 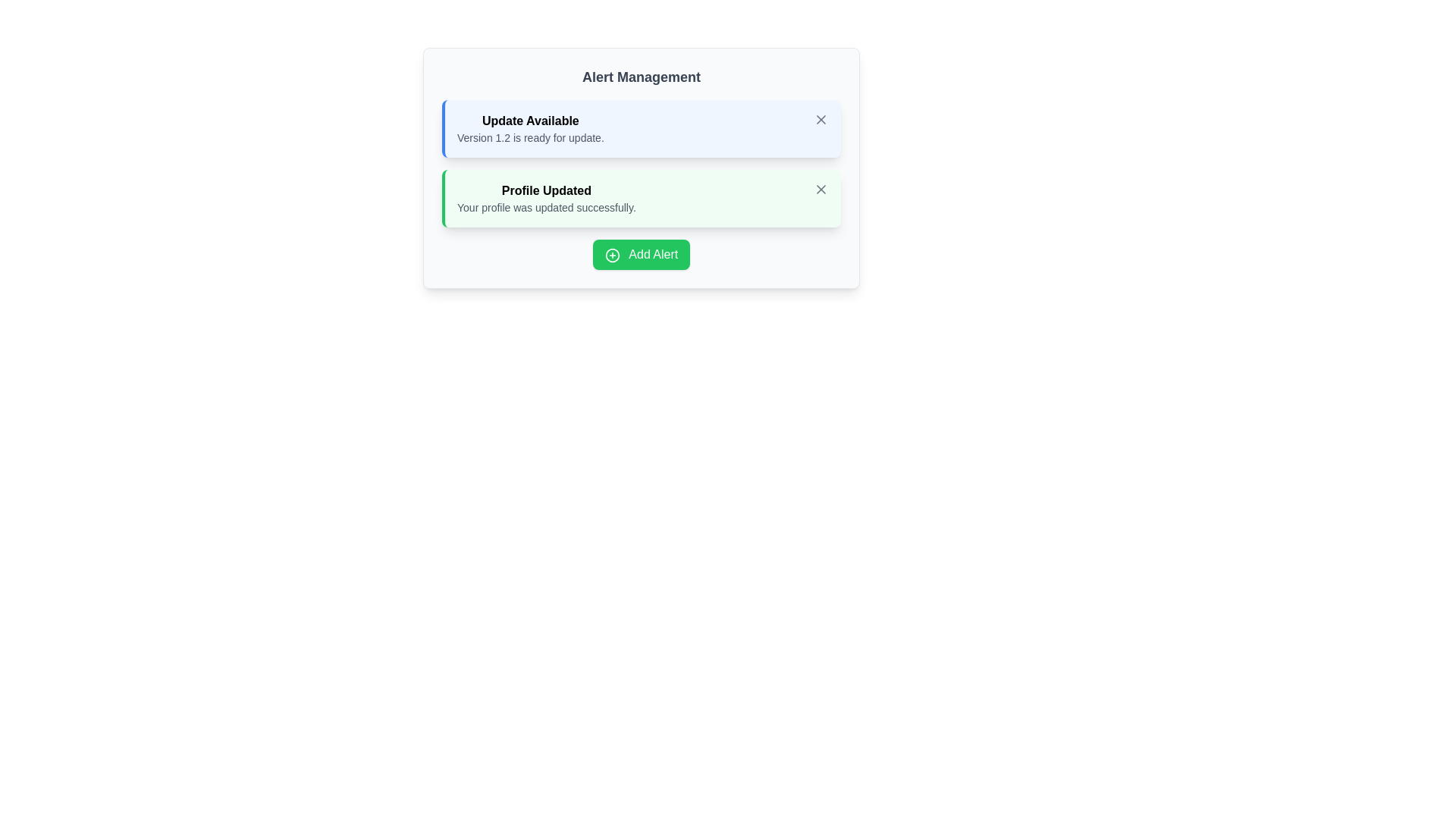 What do you see at coordinates (530, 120) in the screenshot?
I see `the Text Label that serves as a title for the alert message in the top alert box of the 'Alert Management' area` at bounding box center [530, 120].